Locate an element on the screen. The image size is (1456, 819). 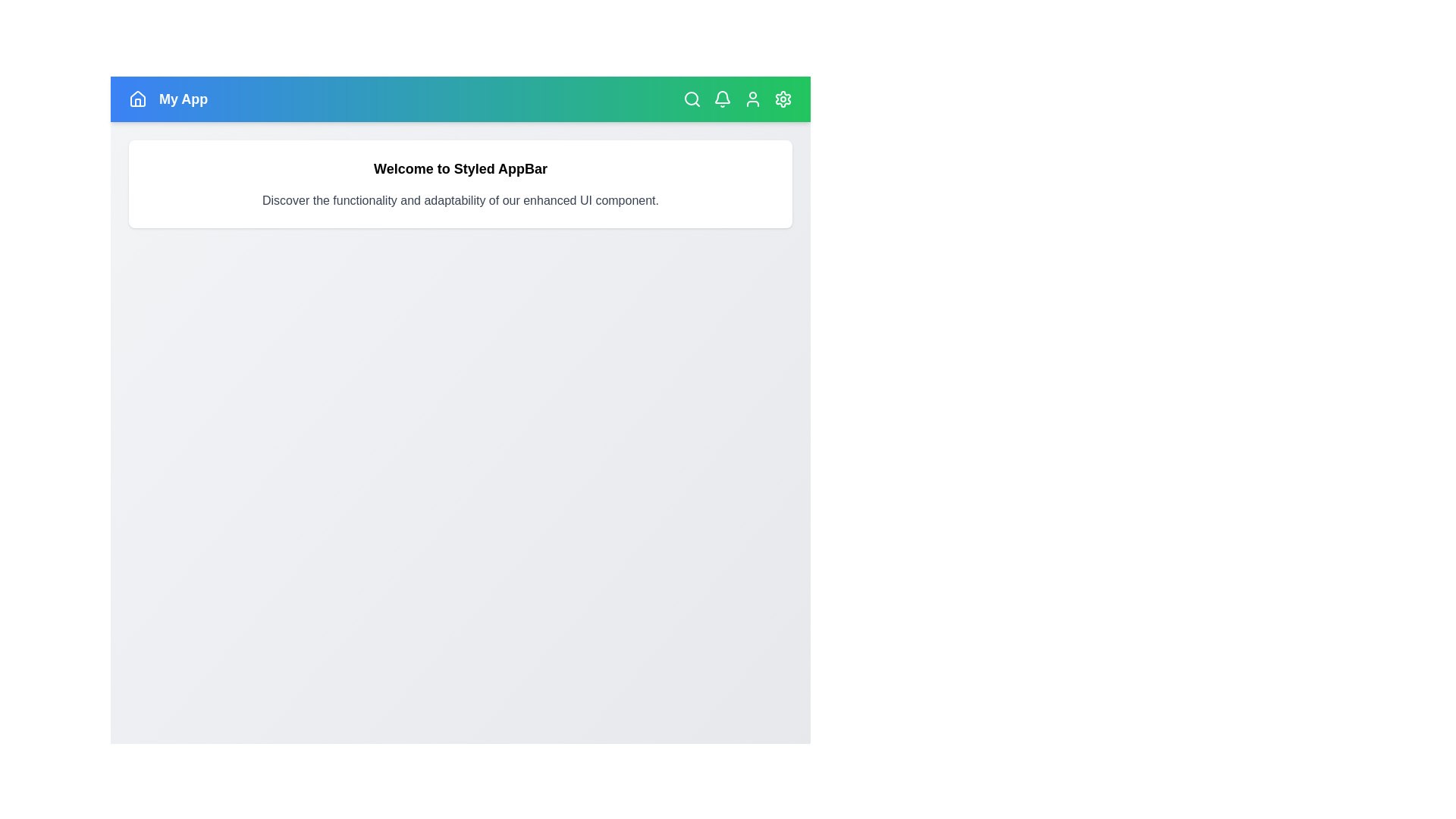
the navigation icon corresponding to Home is located at coordinates (138, 99).